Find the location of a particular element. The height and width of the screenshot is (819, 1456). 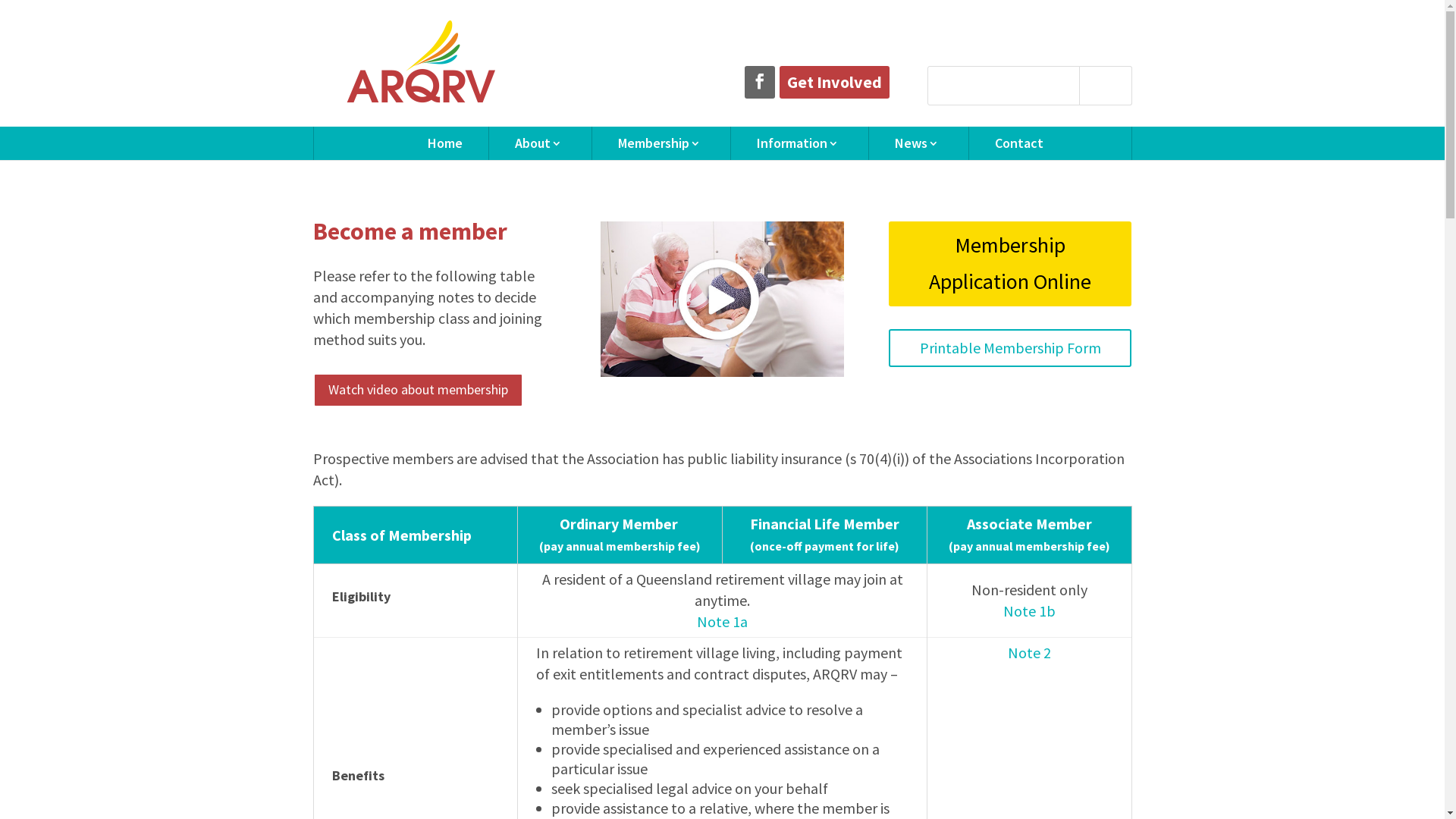

'Note 1a' is located at coordinates (721, 621).